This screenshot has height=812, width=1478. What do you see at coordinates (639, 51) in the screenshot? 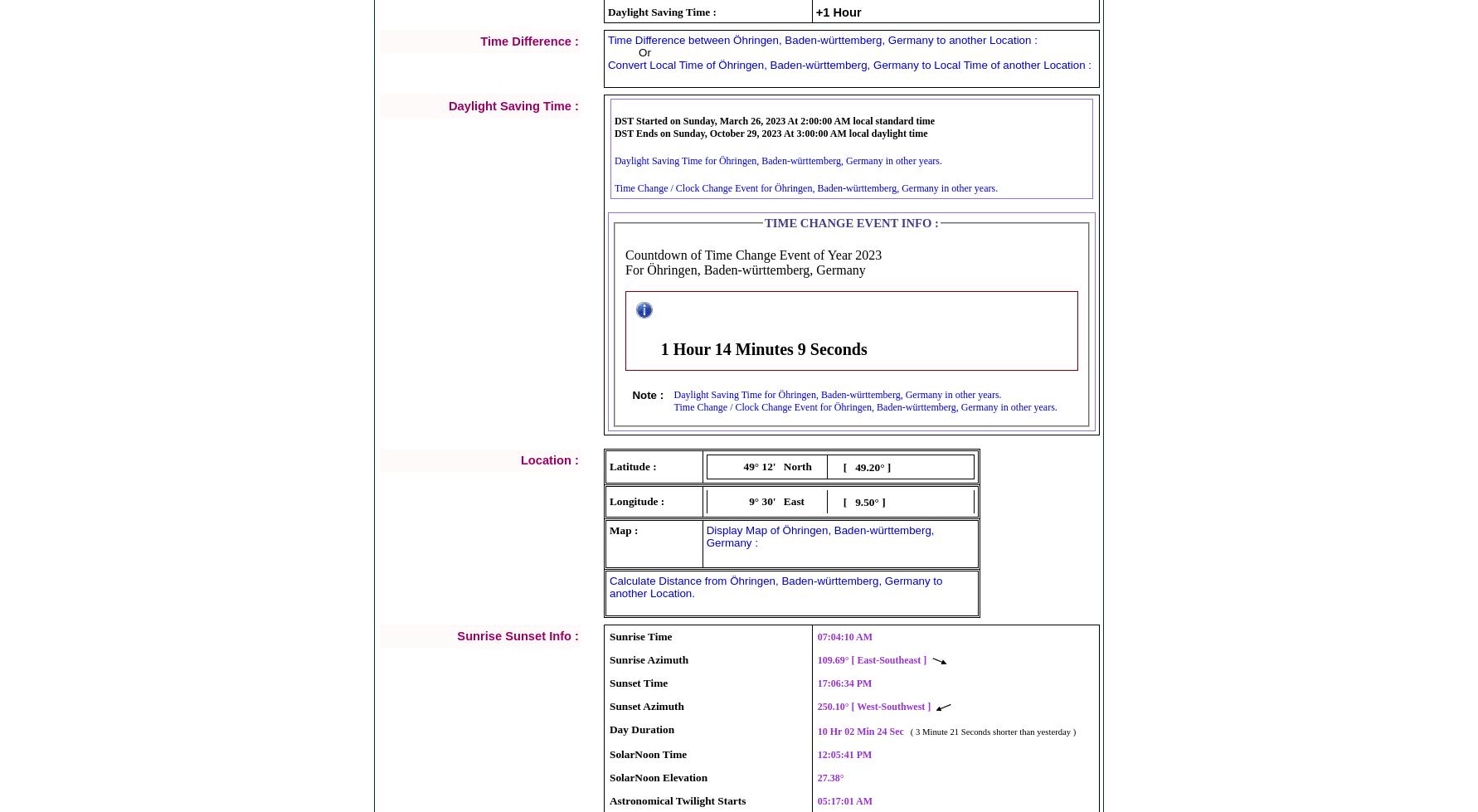
I see `'Or'` at bounding box center [639, 51].